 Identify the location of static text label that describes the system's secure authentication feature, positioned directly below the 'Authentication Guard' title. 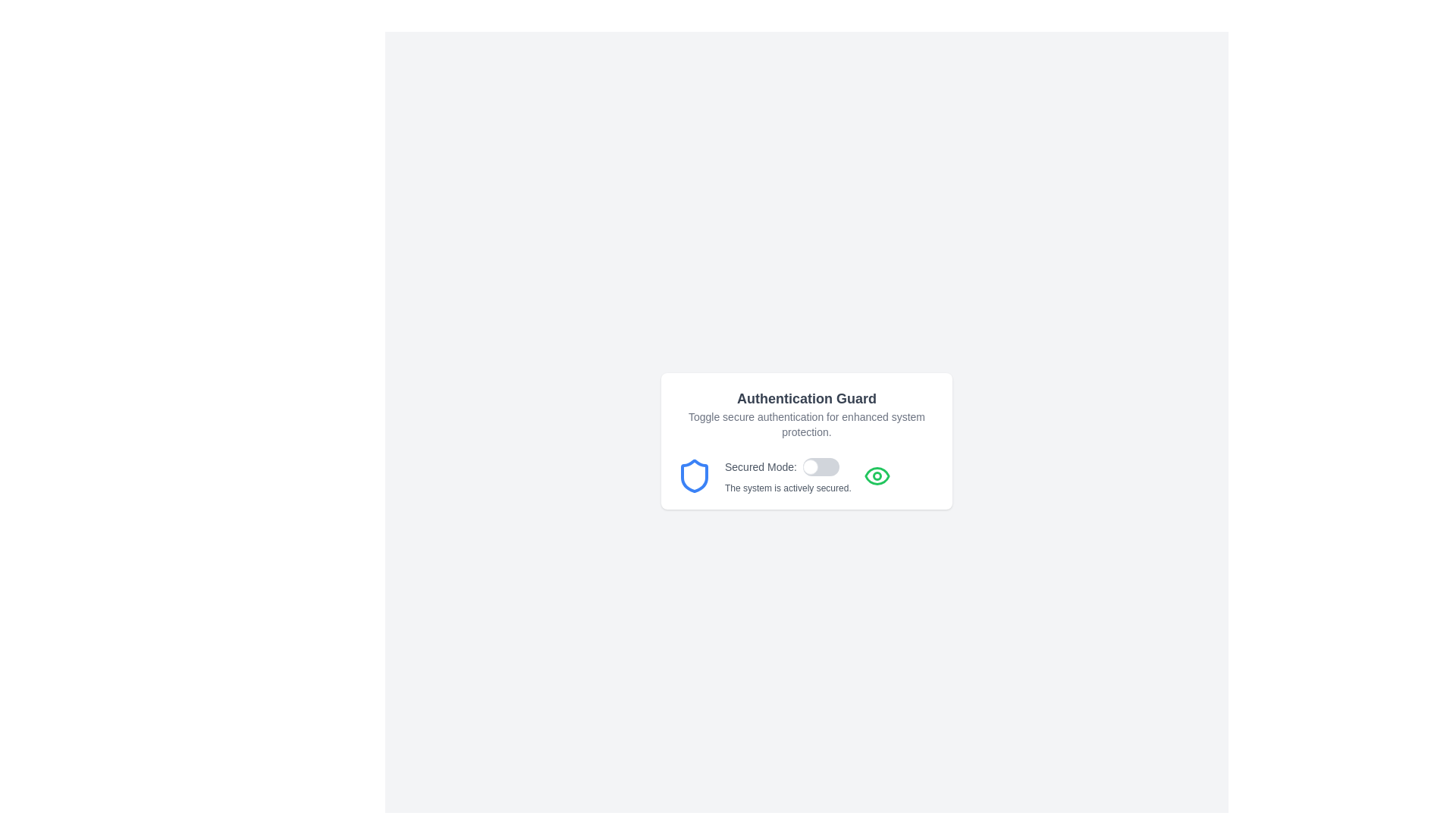
(806, 424).